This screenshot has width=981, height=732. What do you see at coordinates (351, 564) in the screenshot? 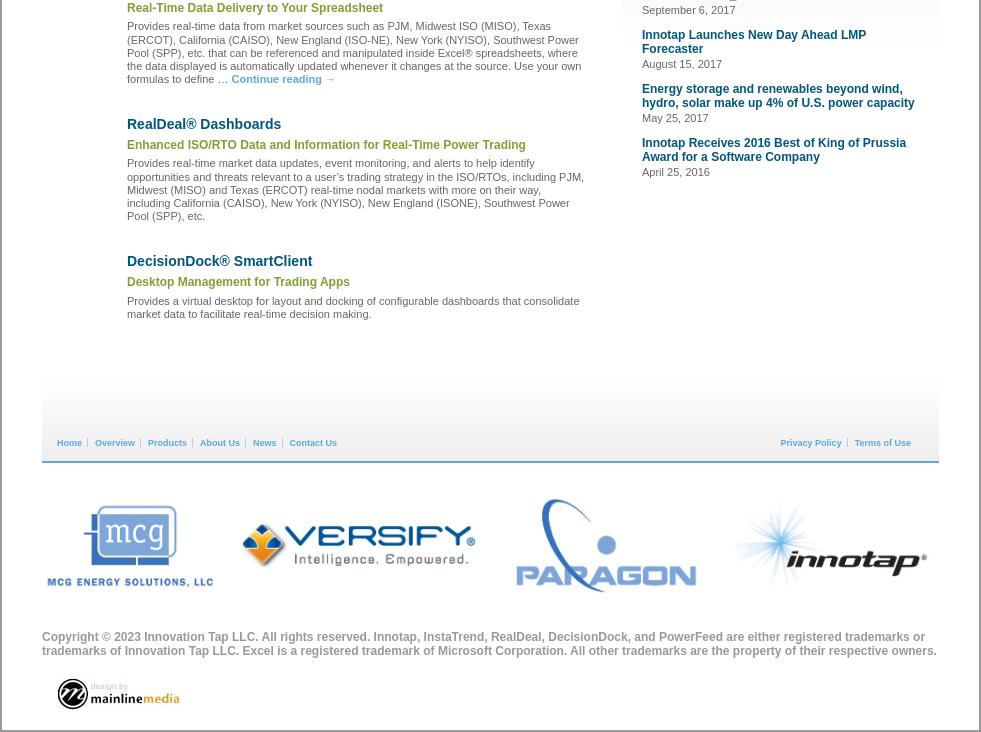
I see `'NERC assessment highlights potential electricity reliability concern for central U.S.'` at bounding box center [351, 564].